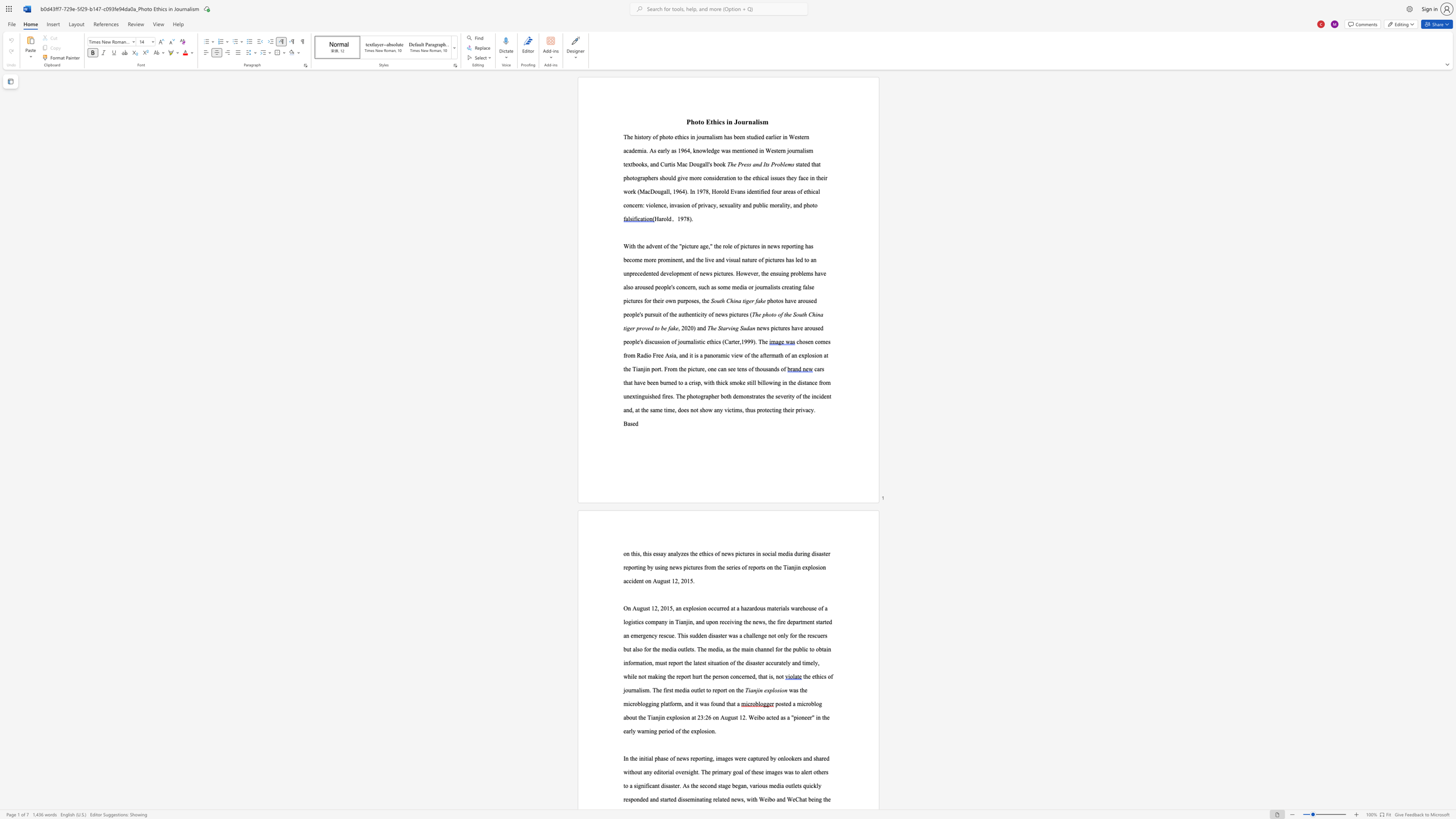  Describe the element at coordinates (785, 164) in the screenshot. I see `the 3th character "e" in the text` at that location.